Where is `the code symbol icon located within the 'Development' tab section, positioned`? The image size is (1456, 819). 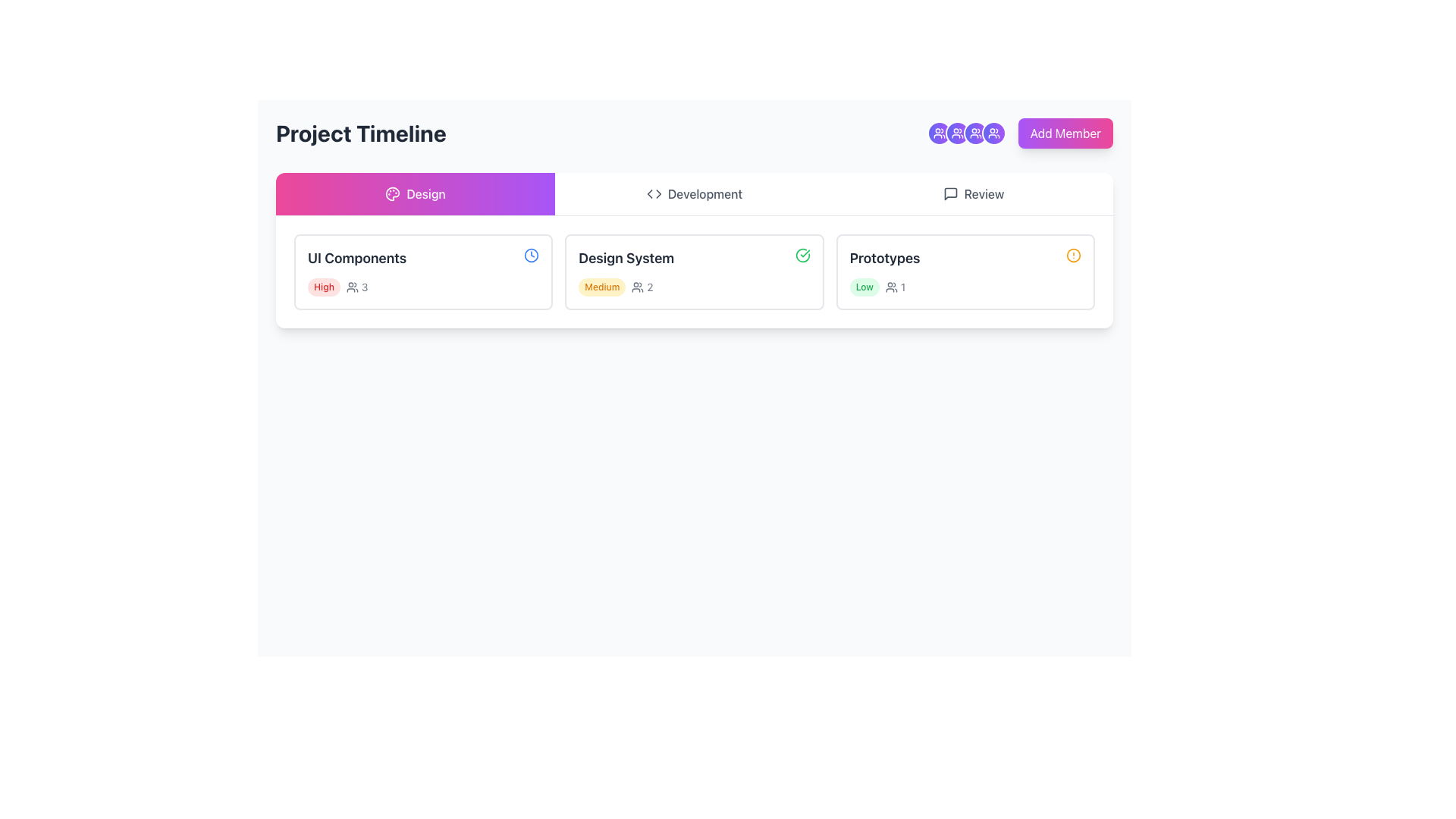
the code symbol icon located within the 'Development' tab section, positioned is located at coordinates (654, 193).